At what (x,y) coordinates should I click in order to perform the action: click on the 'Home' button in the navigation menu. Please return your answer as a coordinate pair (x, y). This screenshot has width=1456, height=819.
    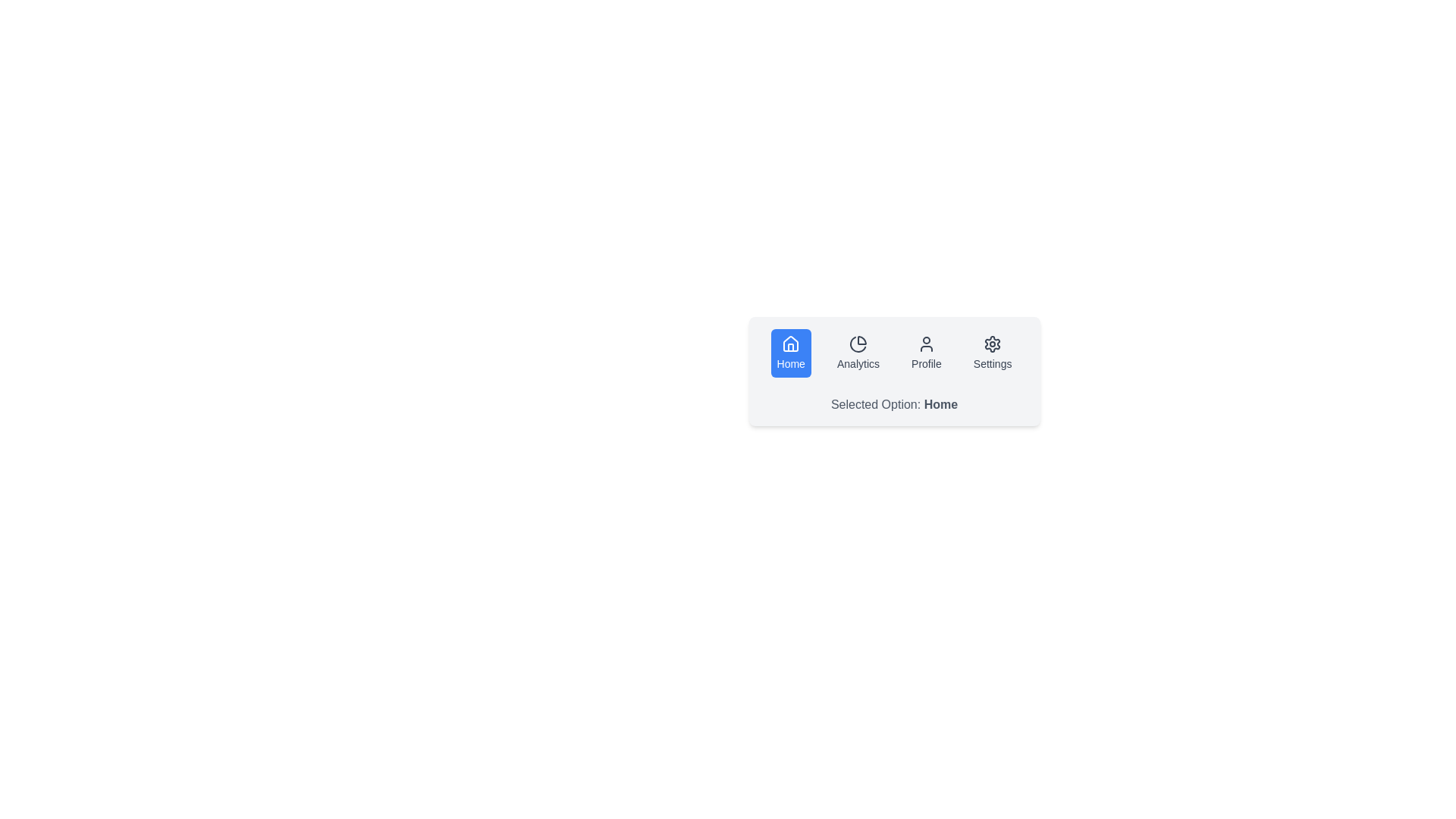
    Looking at the image, I should click on (790, 353).